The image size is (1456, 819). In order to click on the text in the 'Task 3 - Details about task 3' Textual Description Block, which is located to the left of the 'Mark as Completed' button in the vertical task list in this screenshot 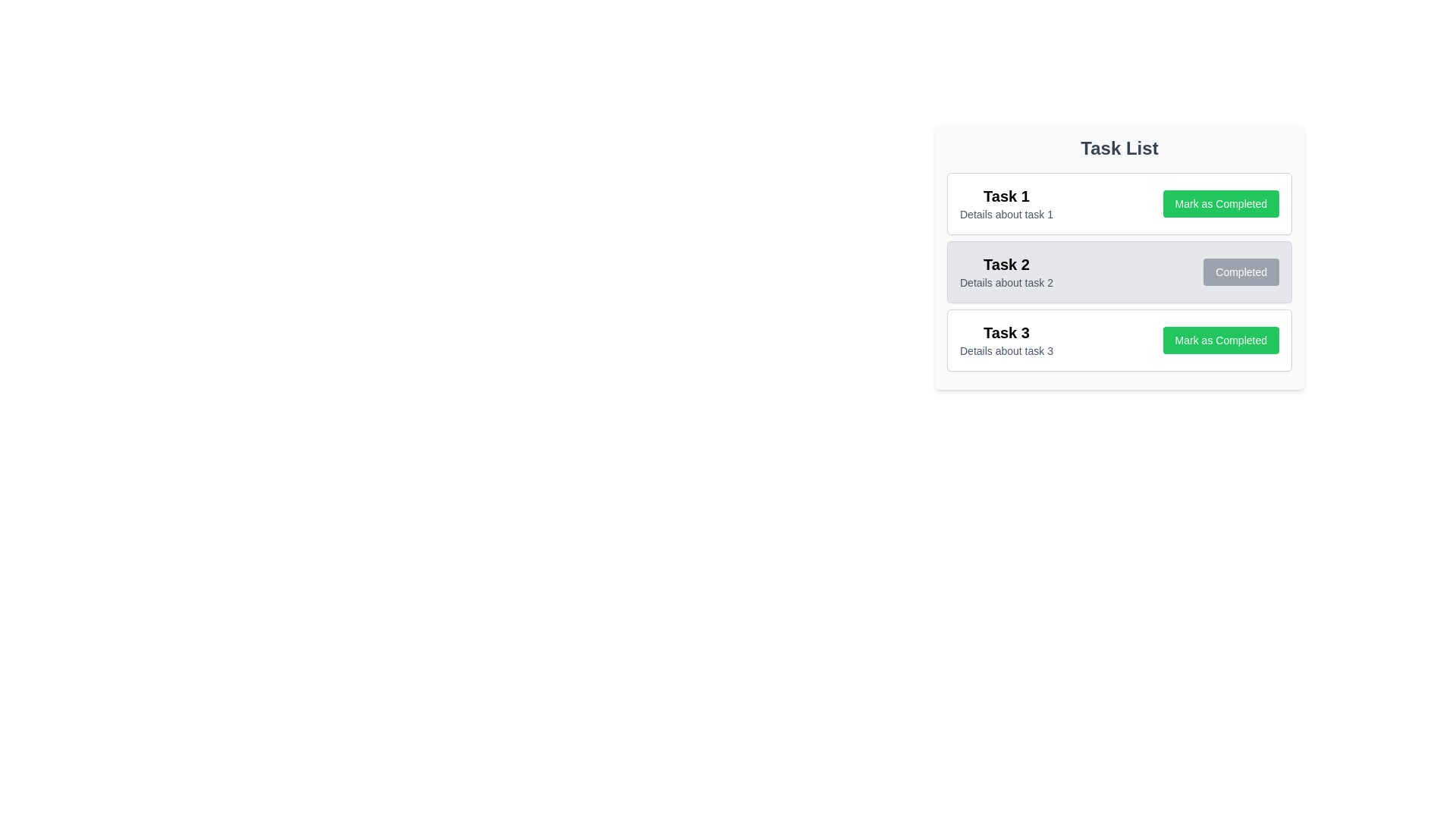, I will do `click(1006, 339)`.